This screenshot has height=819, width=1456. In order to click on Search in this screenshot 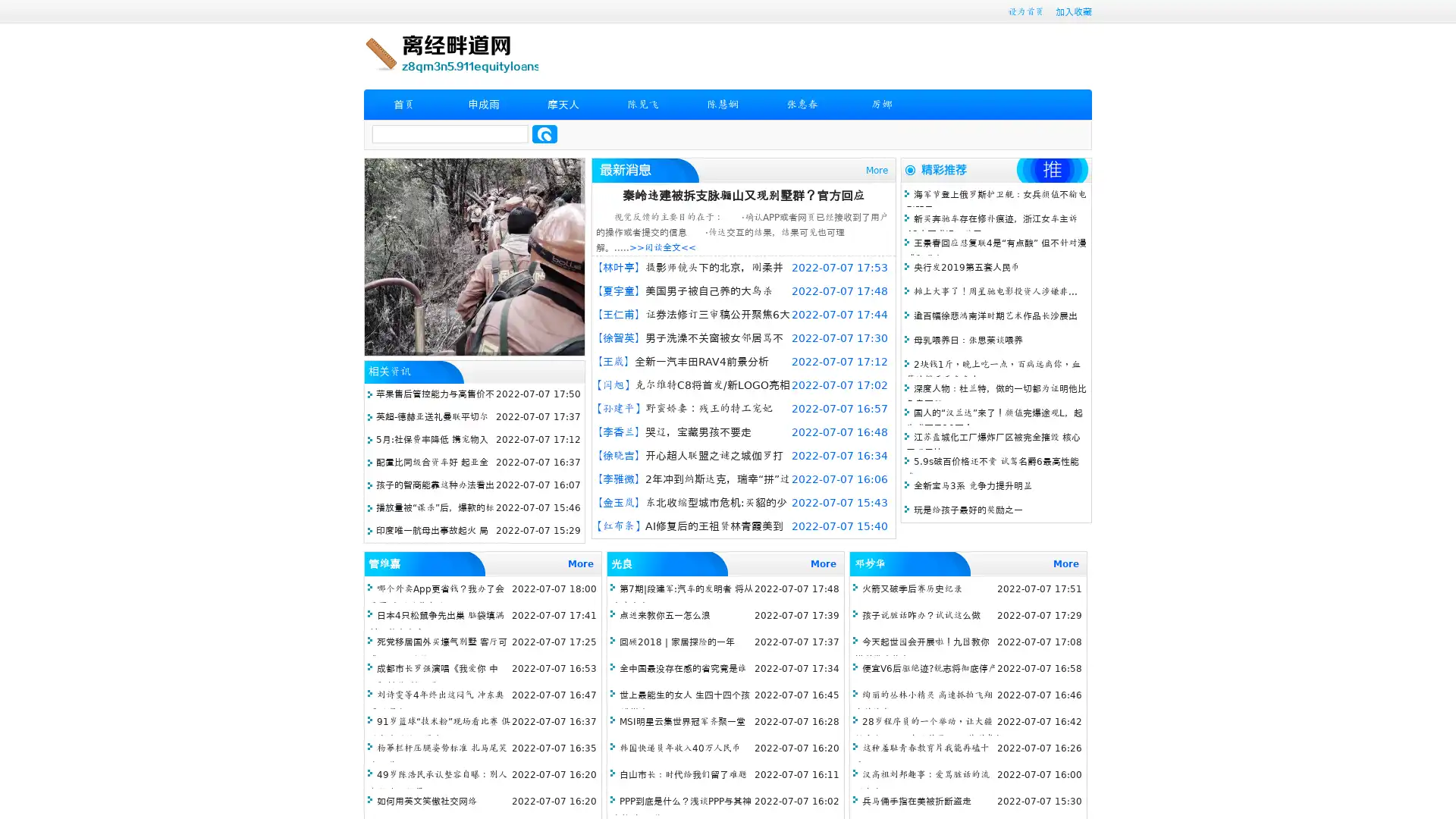, I will do `click(544, 133)`.